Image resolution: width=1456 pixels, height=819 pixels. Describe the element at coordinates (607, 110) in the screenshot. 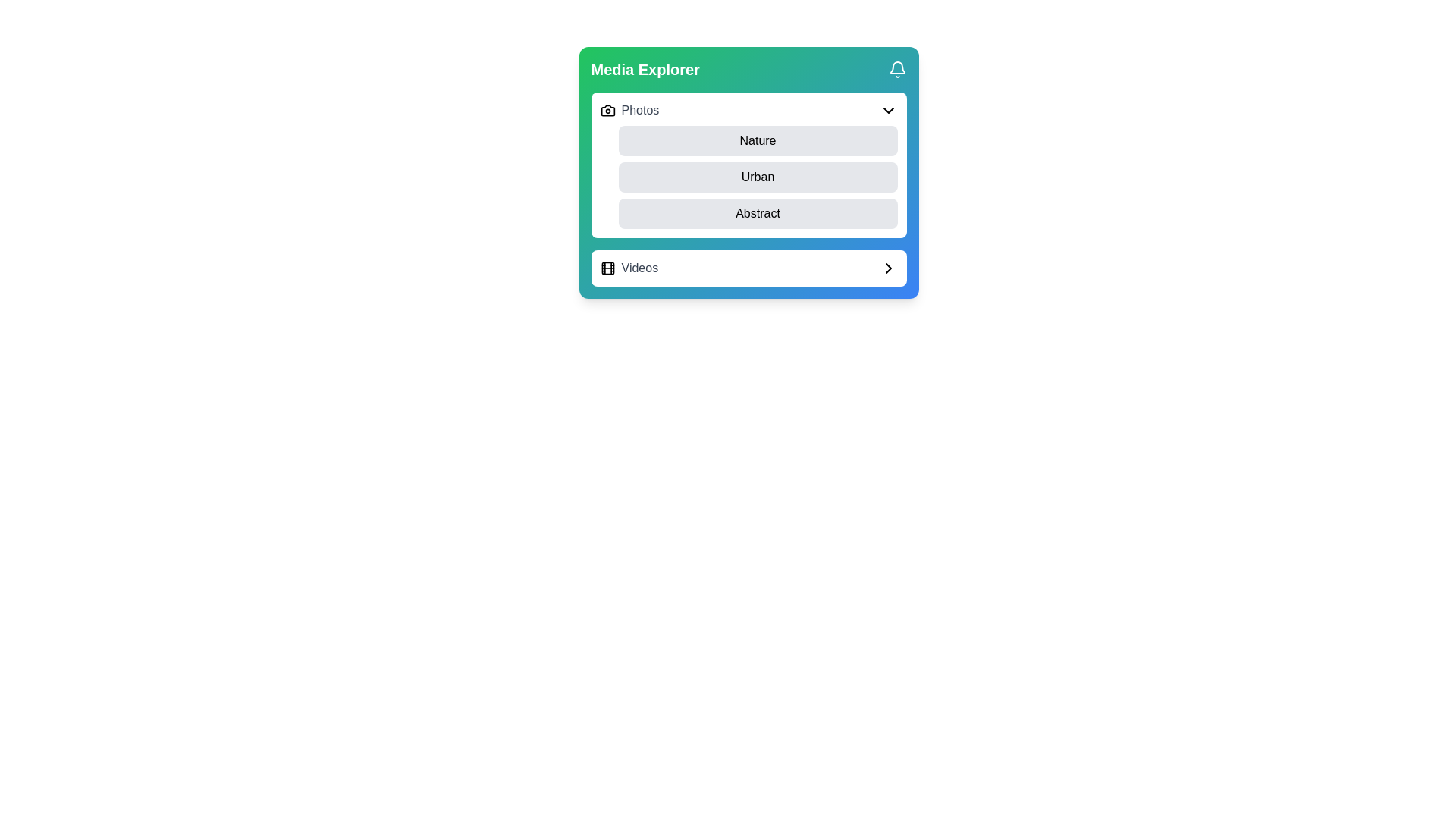

I see `the camera icon located to the left of the 'Photos' label in the 'Media Explorer' section` at that location.